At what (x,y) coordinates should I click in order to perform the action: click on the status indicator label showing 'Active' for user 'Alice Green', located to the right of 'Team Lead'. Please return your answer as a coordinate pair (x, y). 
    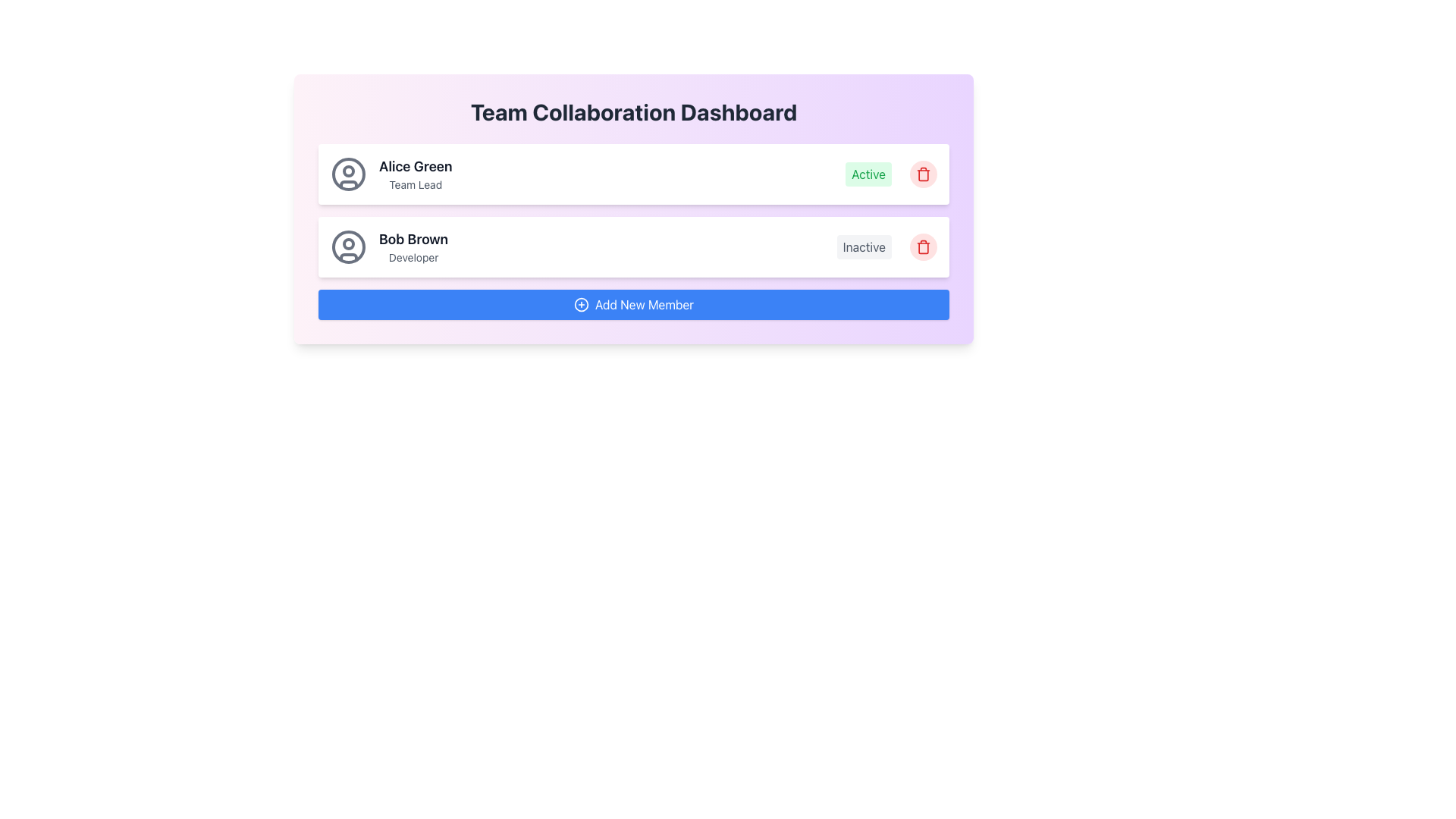
    Looking at the image, I should click on (868, 174).